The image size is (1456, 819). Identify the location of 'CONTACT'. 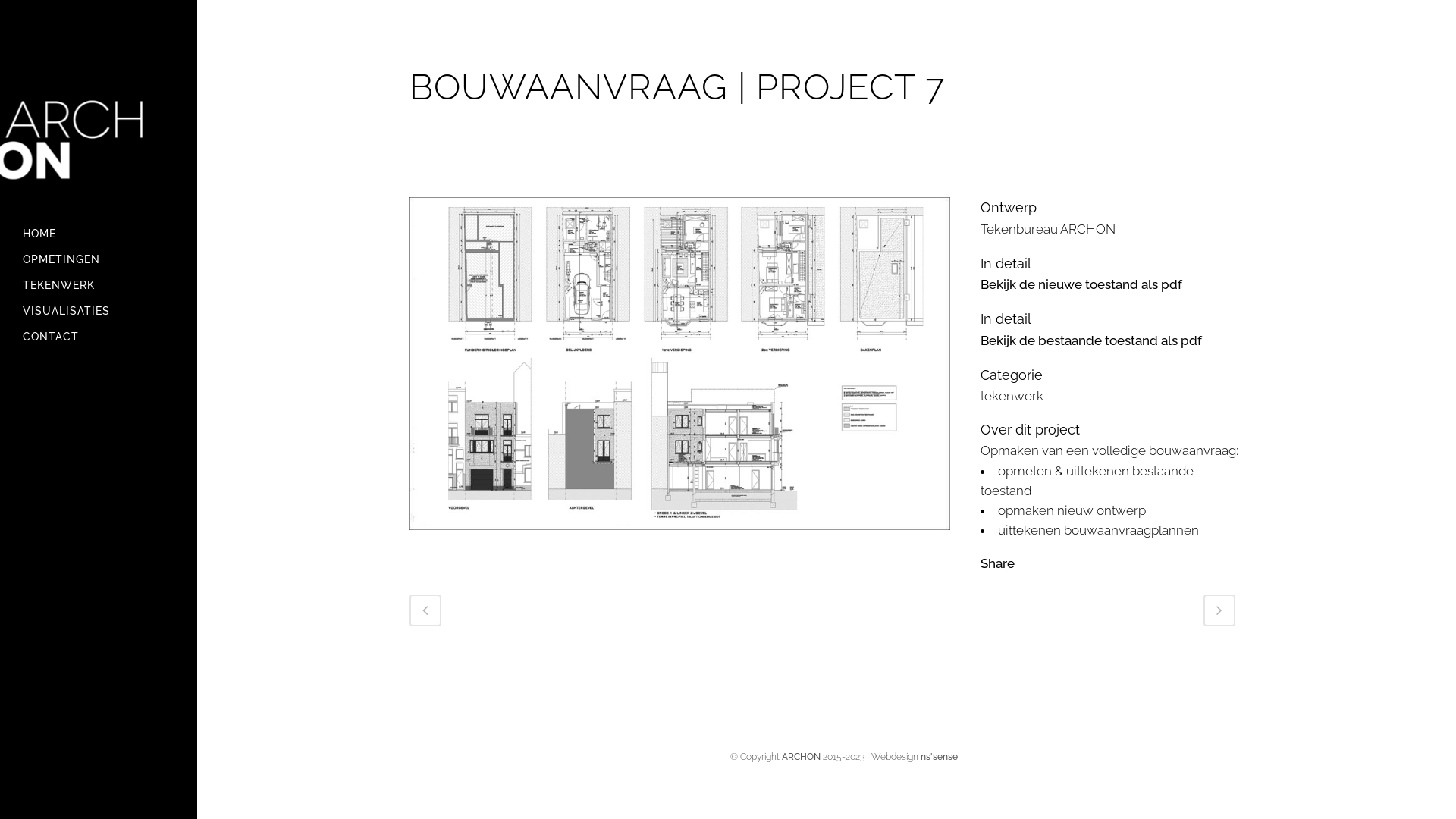
(97, 335).